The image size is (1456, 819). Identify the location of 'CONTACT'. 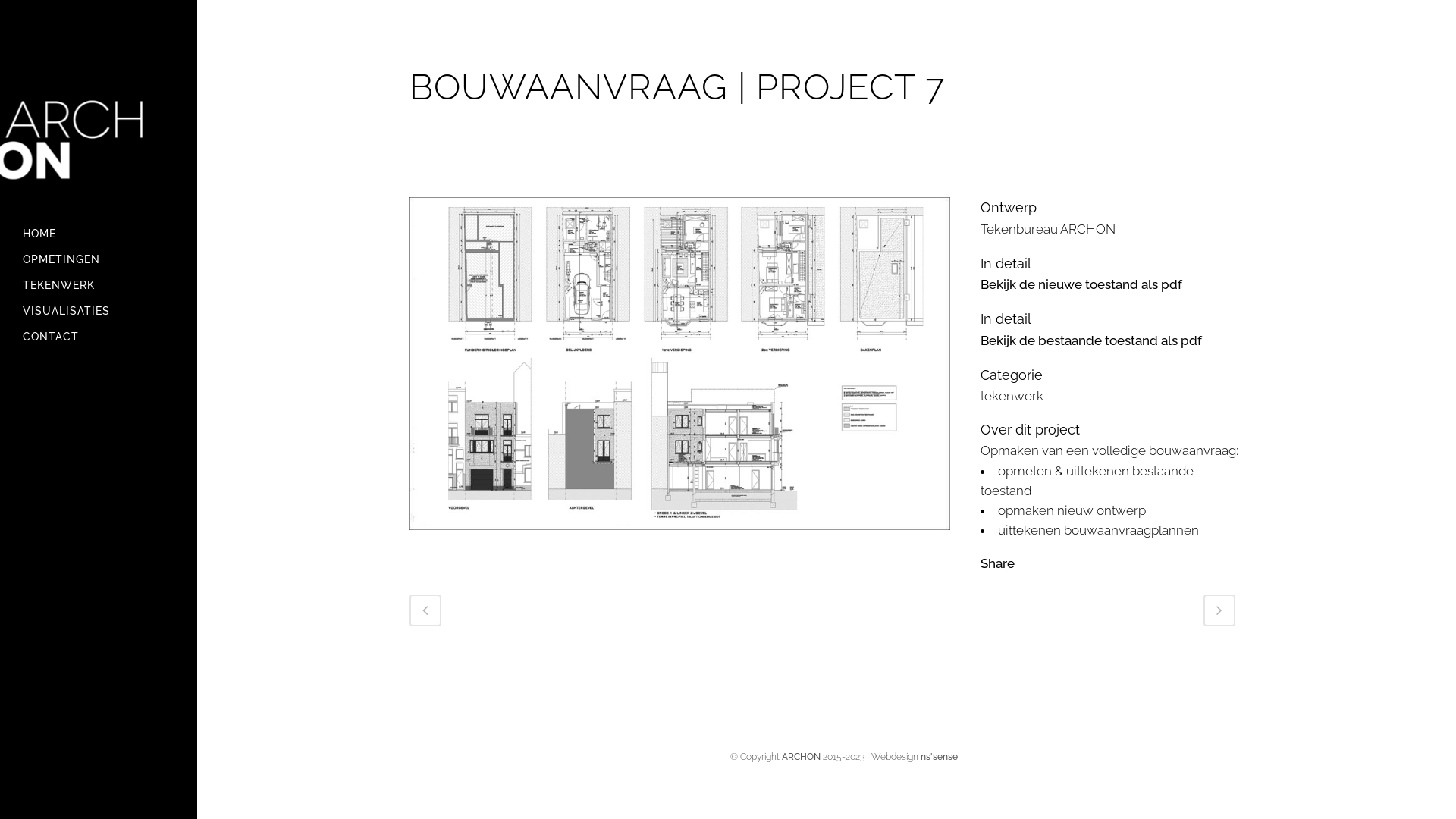
(97, 335).